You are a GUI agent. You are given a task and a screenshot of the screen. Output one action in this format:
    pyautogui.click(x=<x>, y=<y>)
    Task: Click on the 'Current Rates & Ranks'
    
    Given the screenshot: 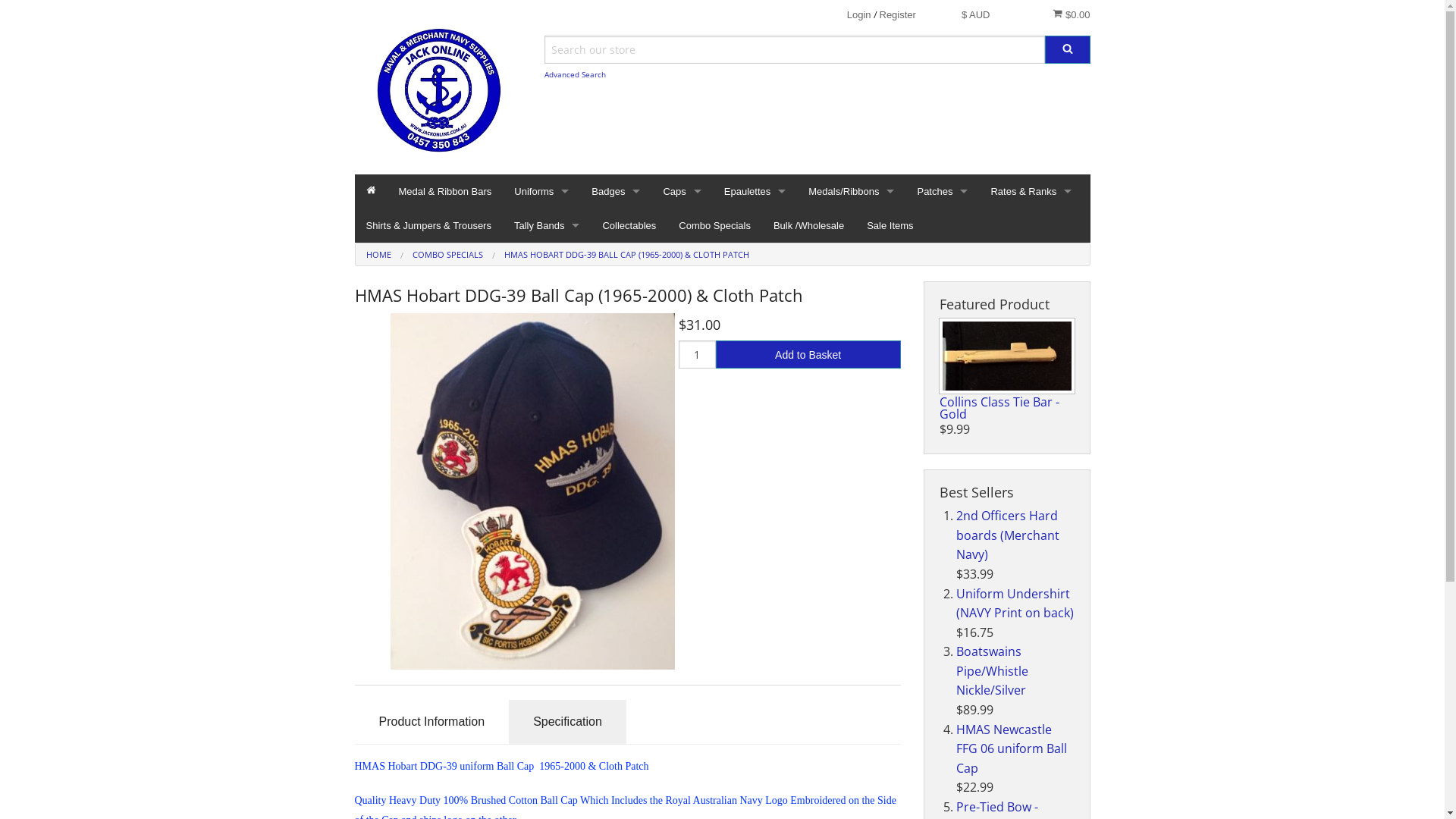 What is the action you would take?
    pyautogui.click(x=979, y=278)
    